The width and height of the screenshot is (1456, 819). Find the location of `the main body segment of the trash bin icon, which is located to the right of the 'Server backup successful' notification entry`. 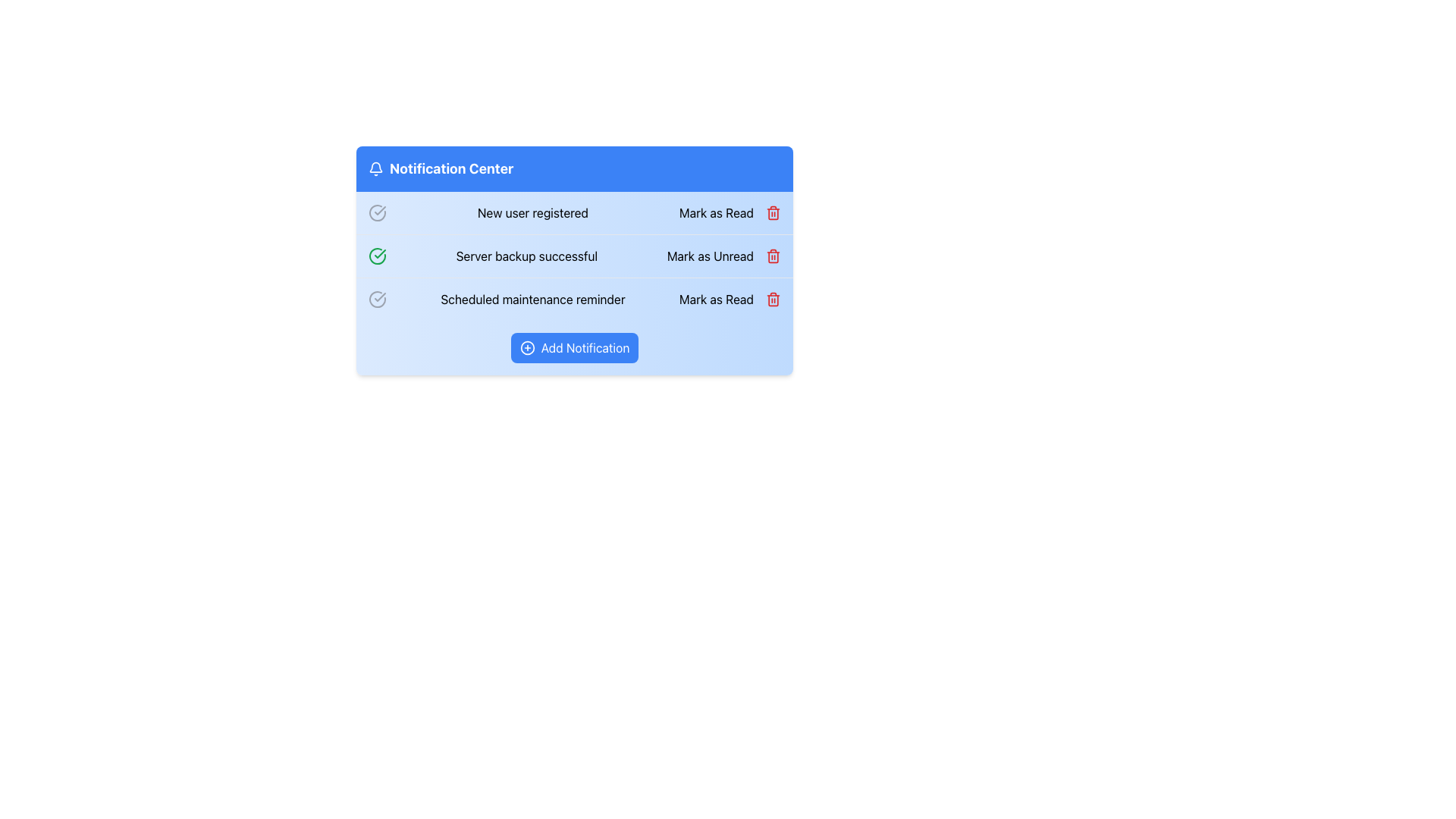

the main body segment of the trash bin icon, which is located to the right of the 'Server backup successful' notification entry is located at coordinates (773, 256).